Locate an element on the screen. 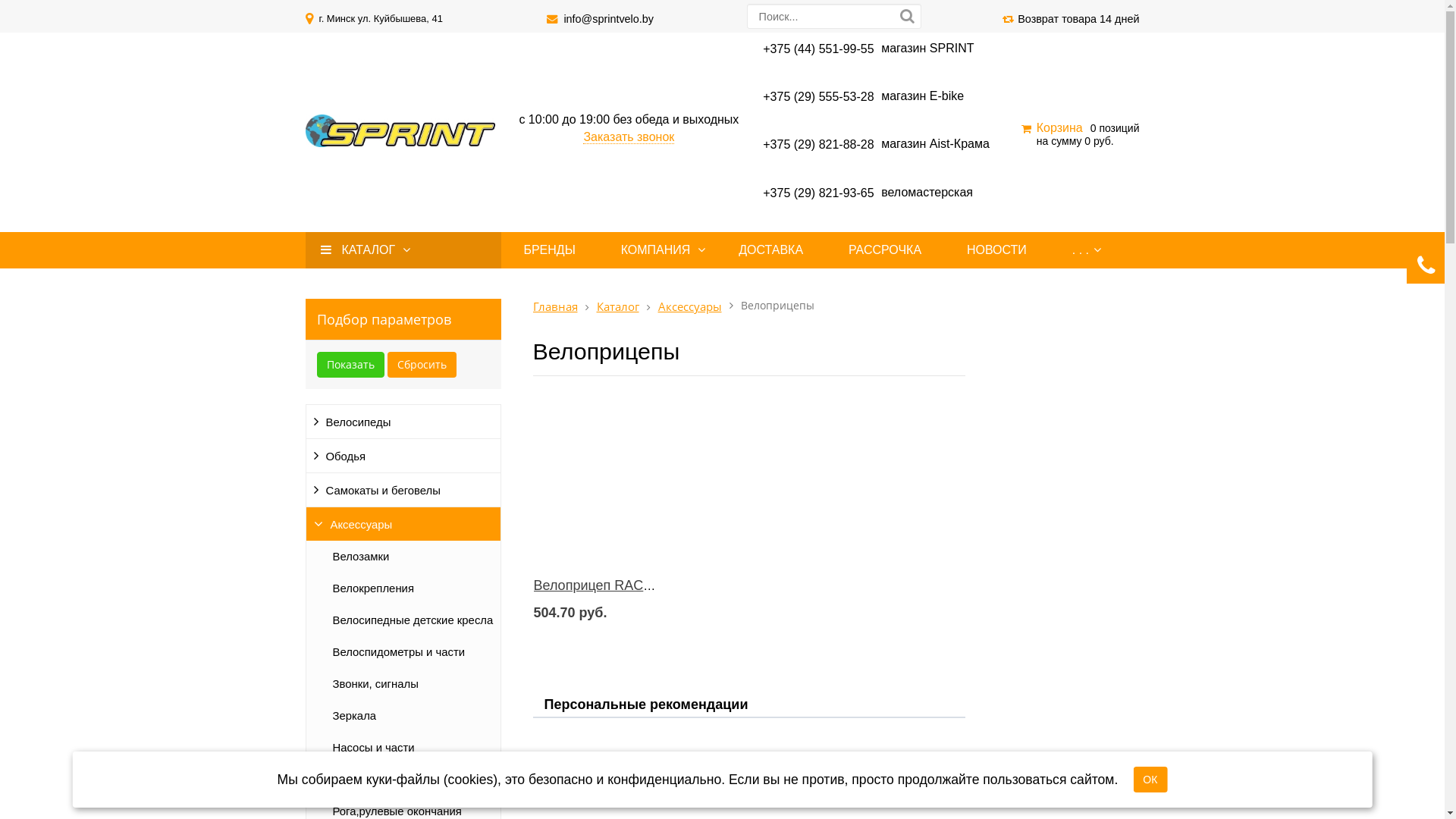 The height and width of the screenshot is (819, 1456). 'info@sprintvelo.by' is located at coordinates (608, 18).